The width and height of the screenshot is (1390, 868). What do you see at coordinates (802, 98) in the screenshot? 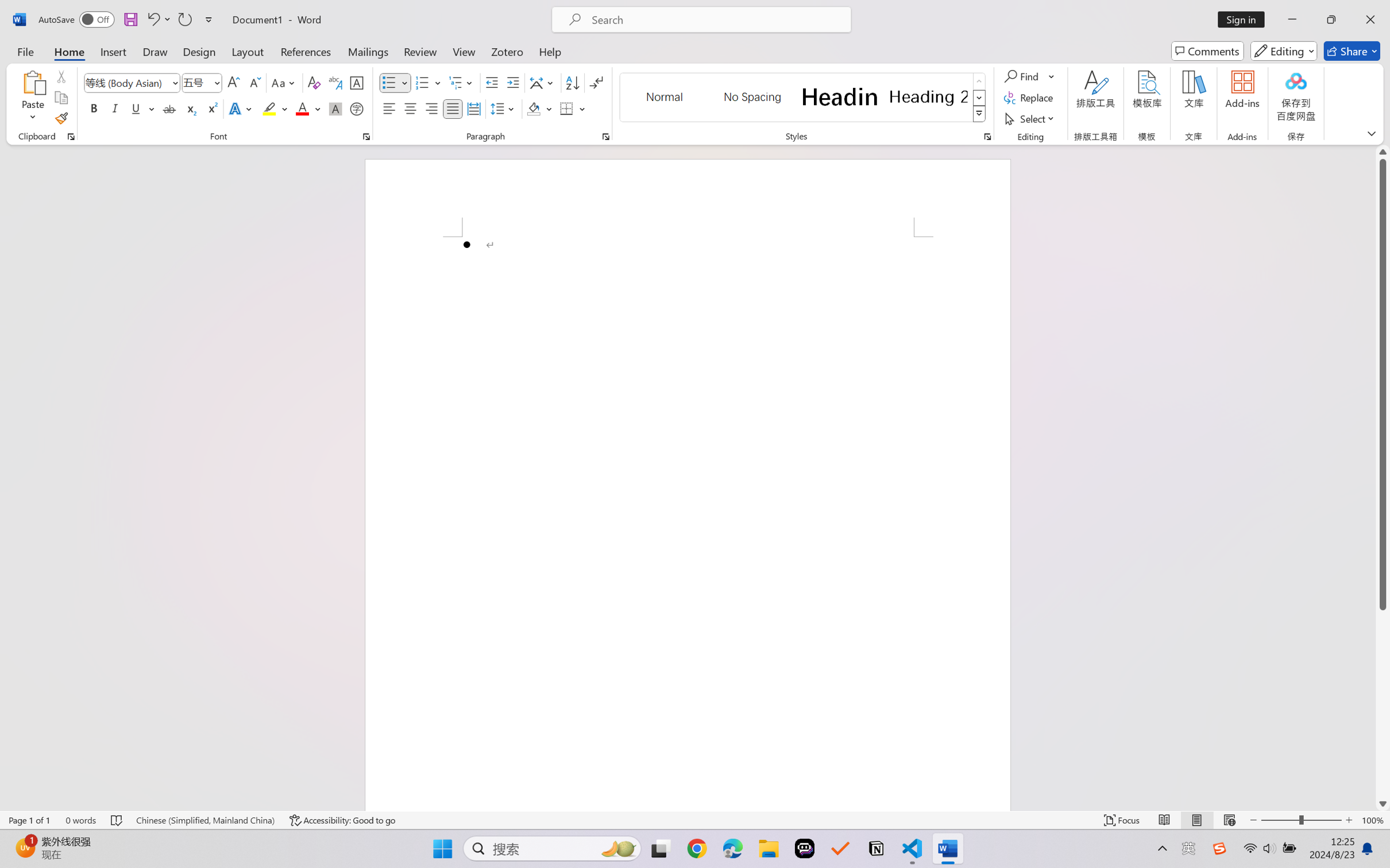
I see `'AutomationID: QuickStylesGallery'` at bounding box center [802, 98].